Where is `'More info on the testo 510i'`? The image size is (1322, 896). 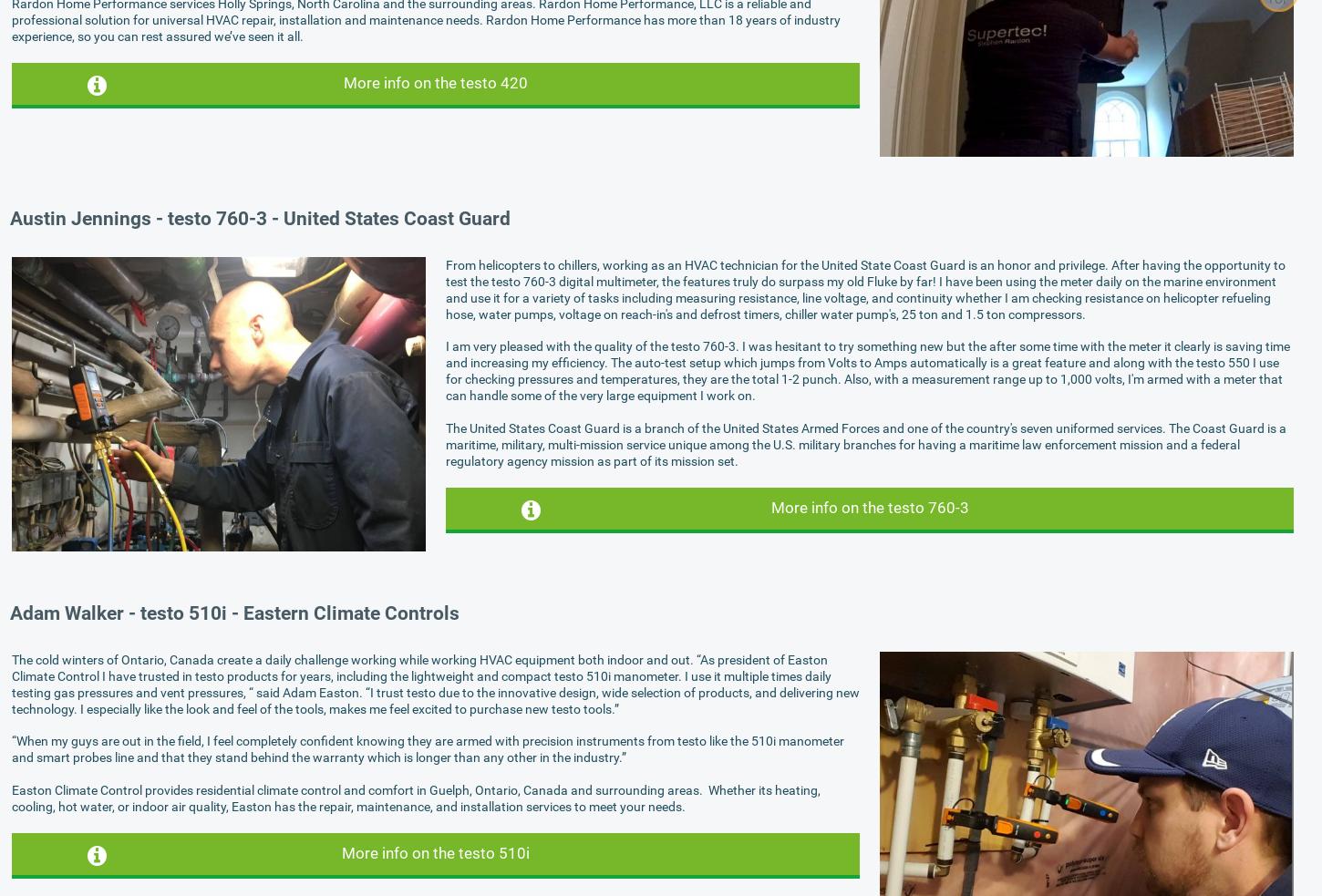
'More info on the testo 510i' is located at coordinates (340, 852).